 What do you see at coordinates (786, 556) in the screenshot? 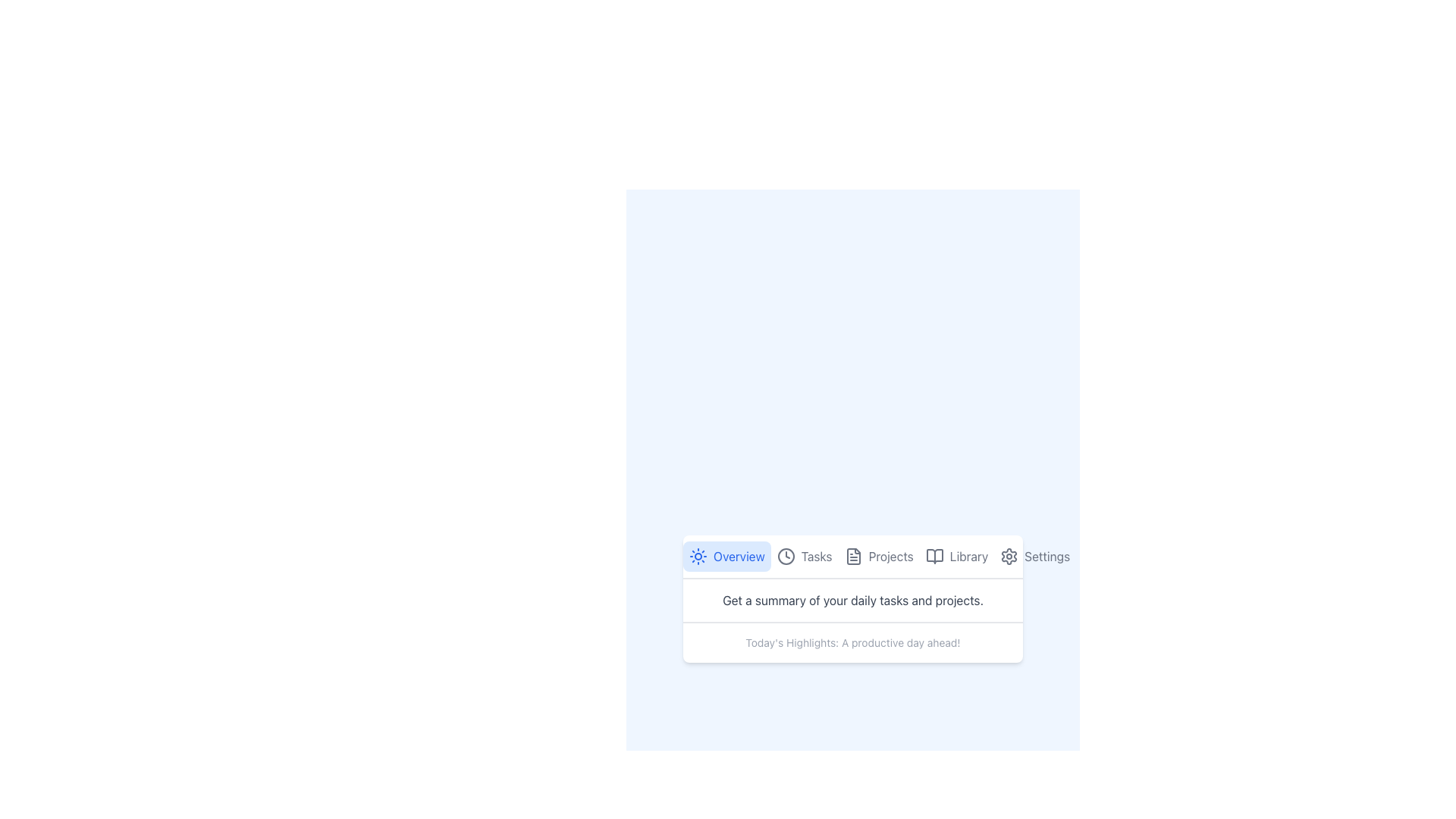
I see `the SVG circle element that serves as a visual marker in the clock icon located in the navigation bar` at bounding box center [786, 556].